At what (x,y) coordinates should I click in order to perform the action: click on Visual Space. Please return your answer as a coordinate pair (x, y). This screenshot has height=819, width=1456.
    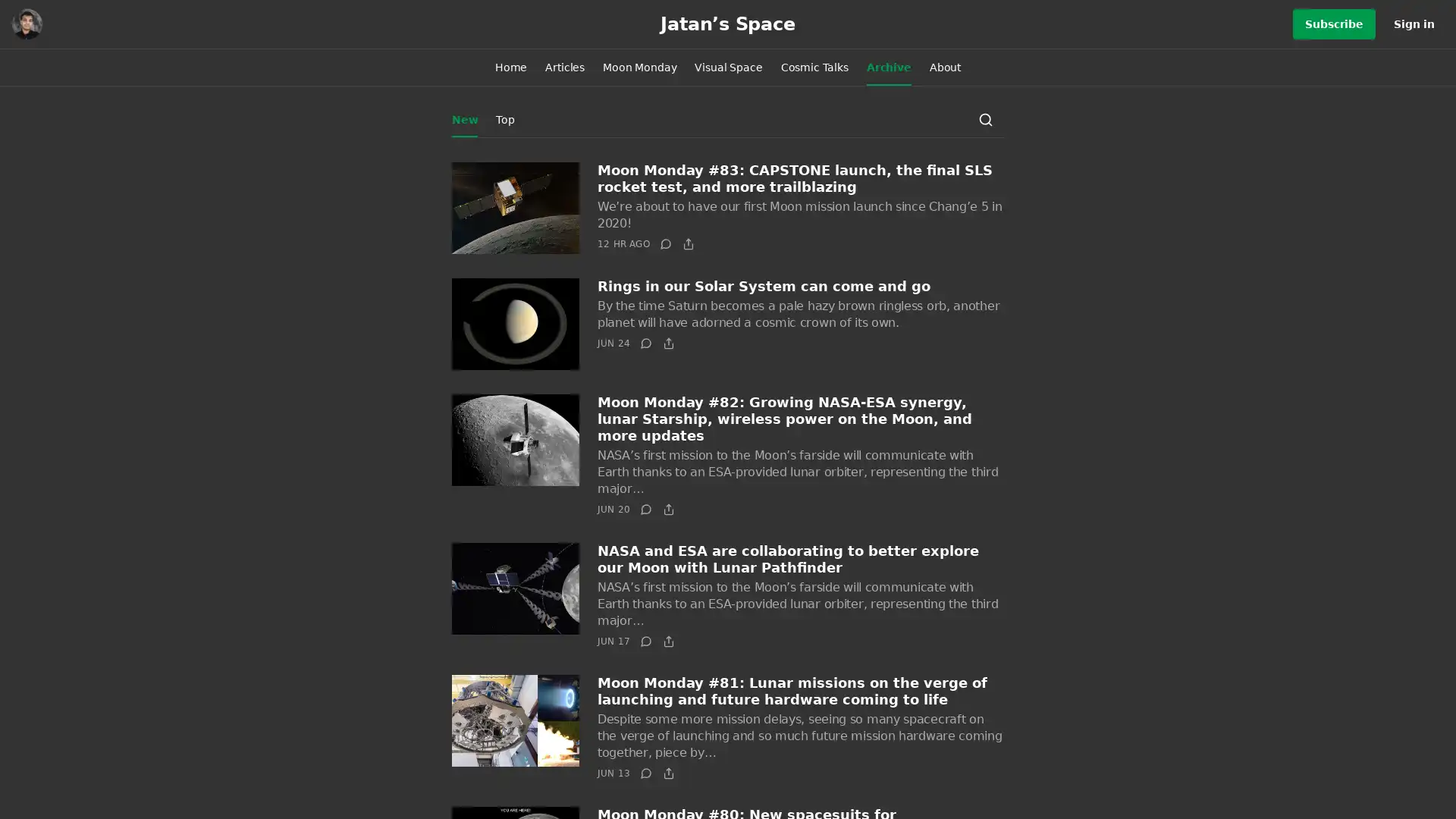
    Looking at the image, I should click on (728, 66).